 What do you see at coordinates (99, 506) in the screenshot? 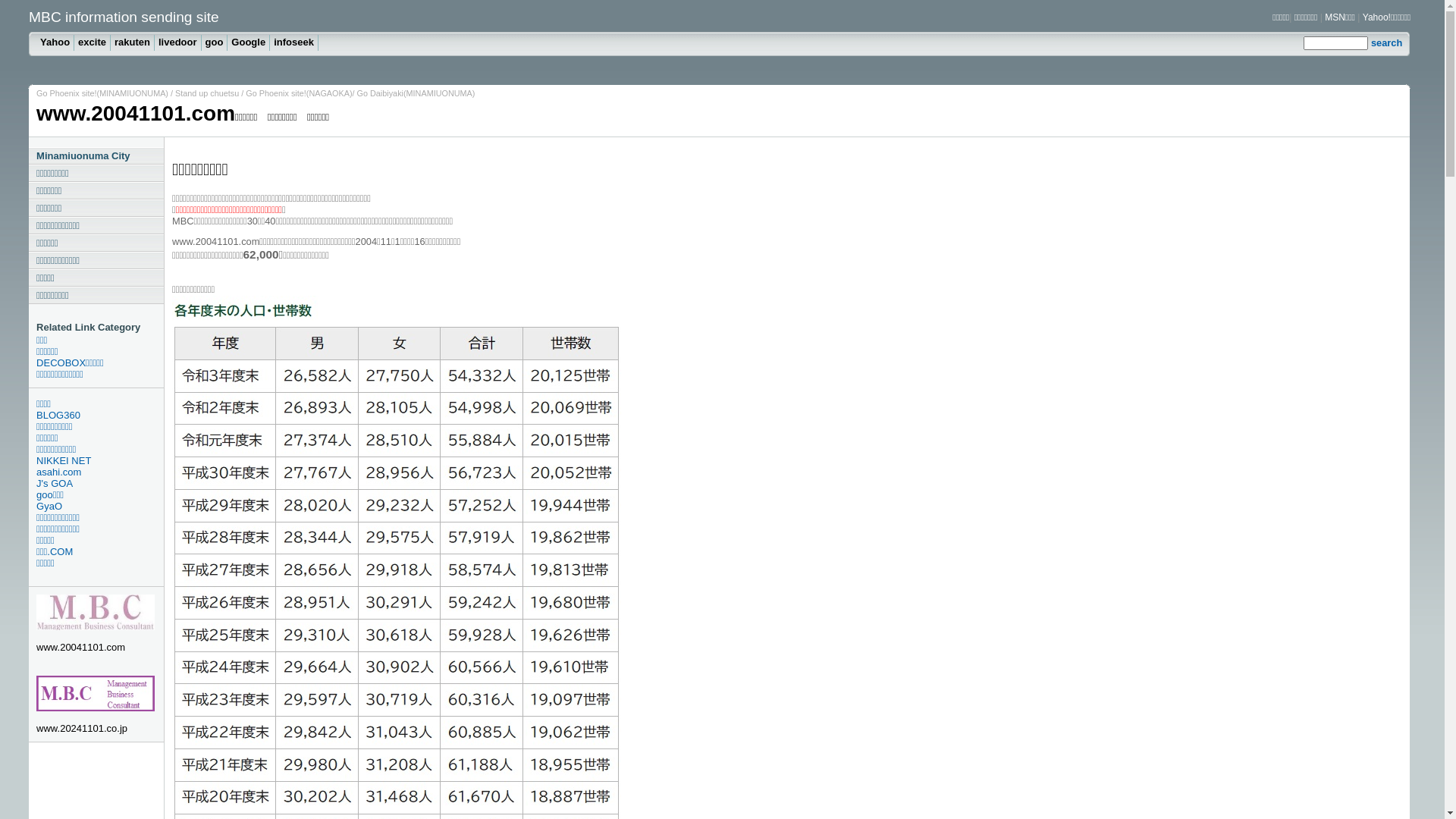
I see `'GyaO'` at bounding box center [99, 506].